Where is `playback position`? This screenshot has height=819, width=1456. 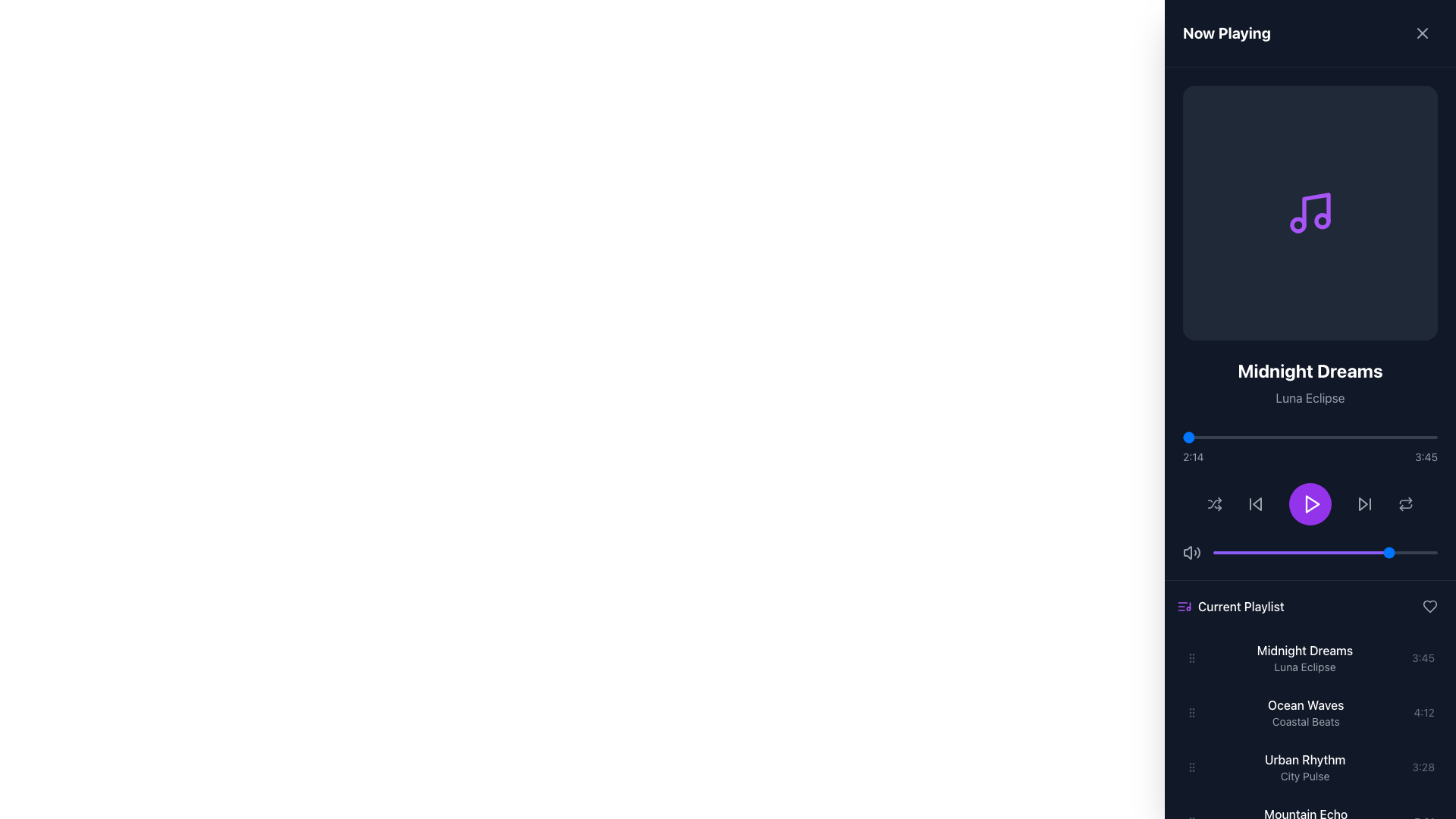 playback position is located at coordinates (1295, 438).